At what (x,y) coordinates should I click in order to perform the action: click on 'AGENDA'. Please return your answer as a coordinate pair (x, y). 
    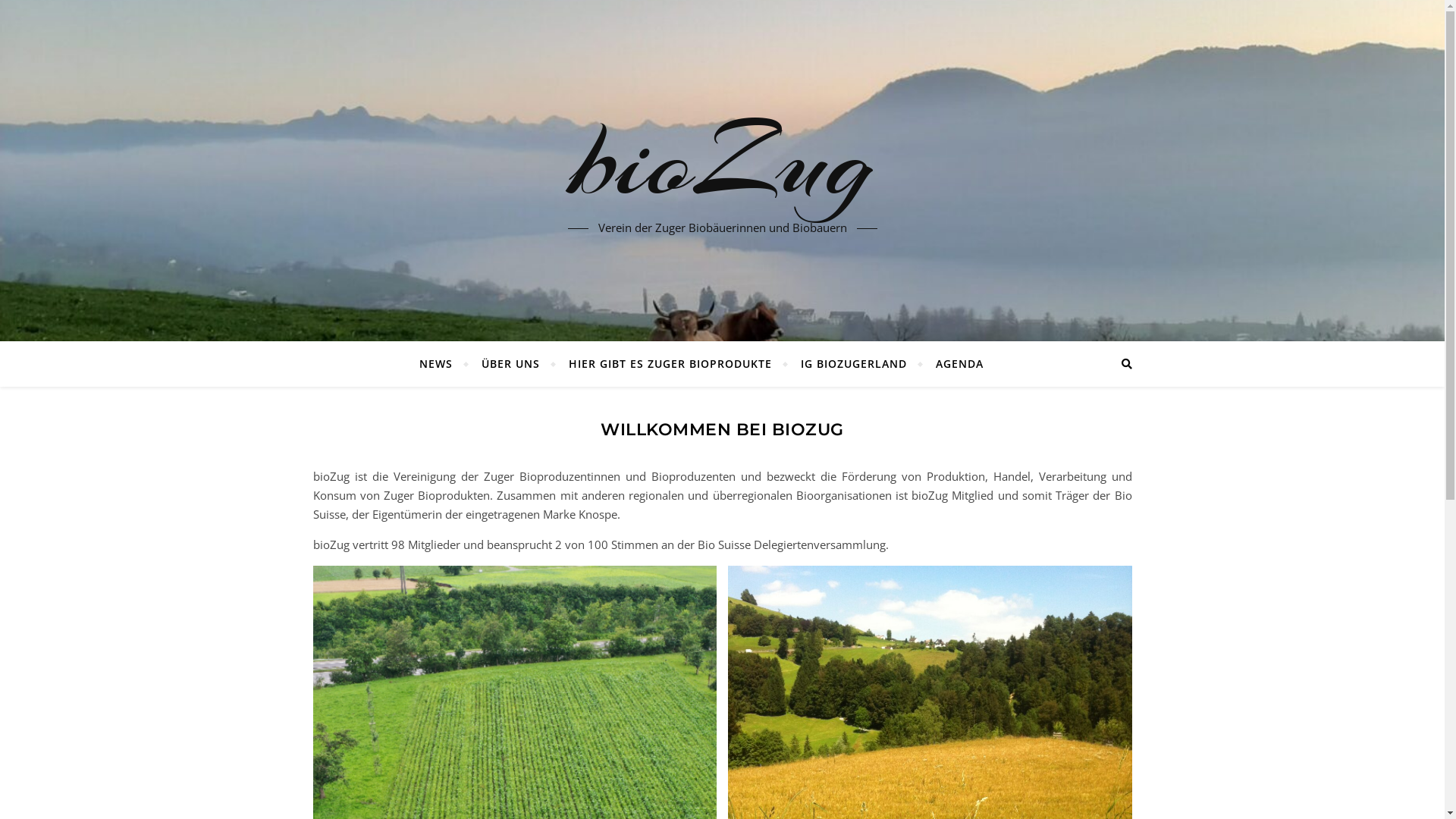
    Looking at the image, I should click on (952, 363).